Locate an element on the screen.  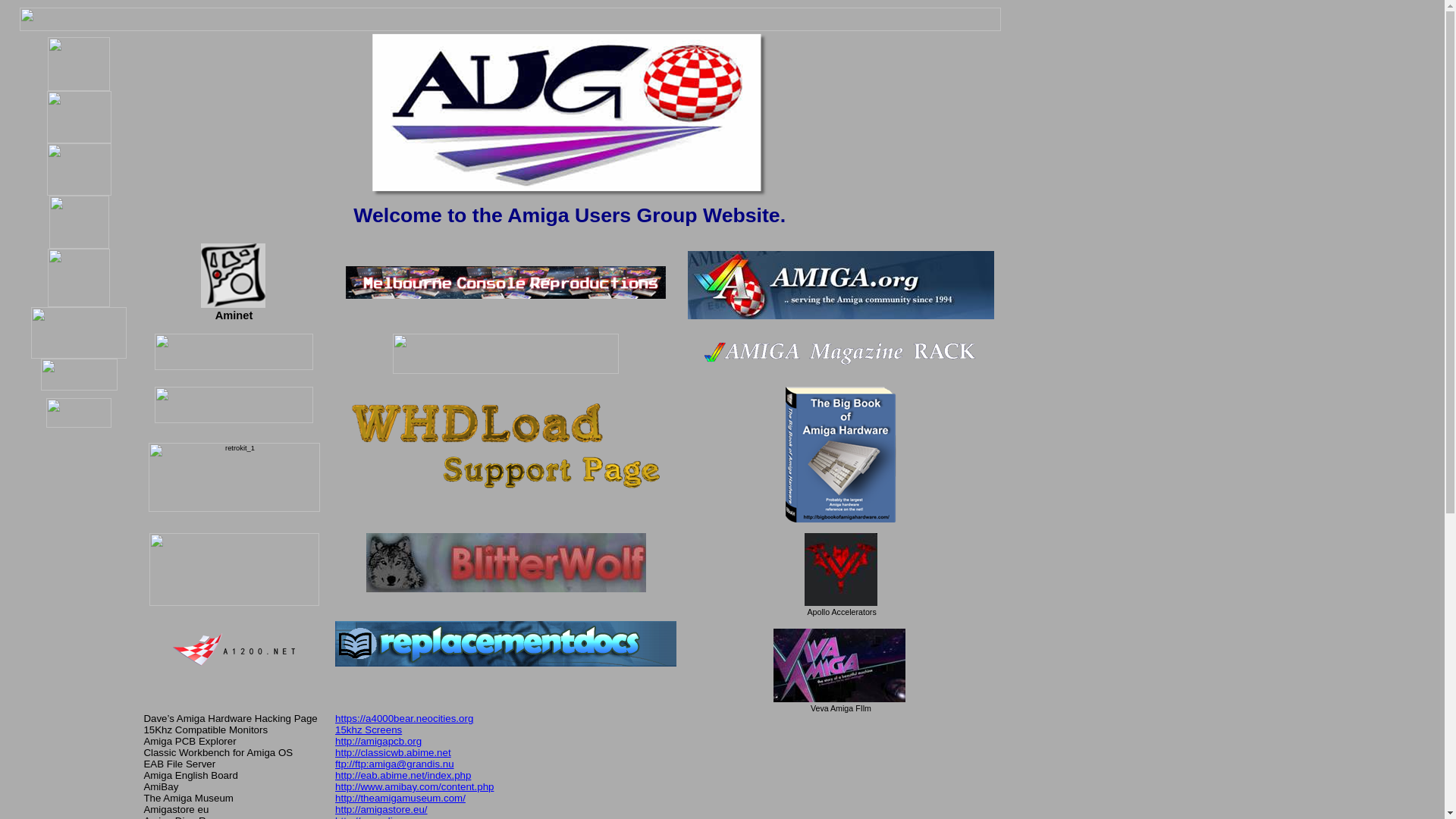
'http://www.amibay.com/content.php' is located at coordinates (414, 786).